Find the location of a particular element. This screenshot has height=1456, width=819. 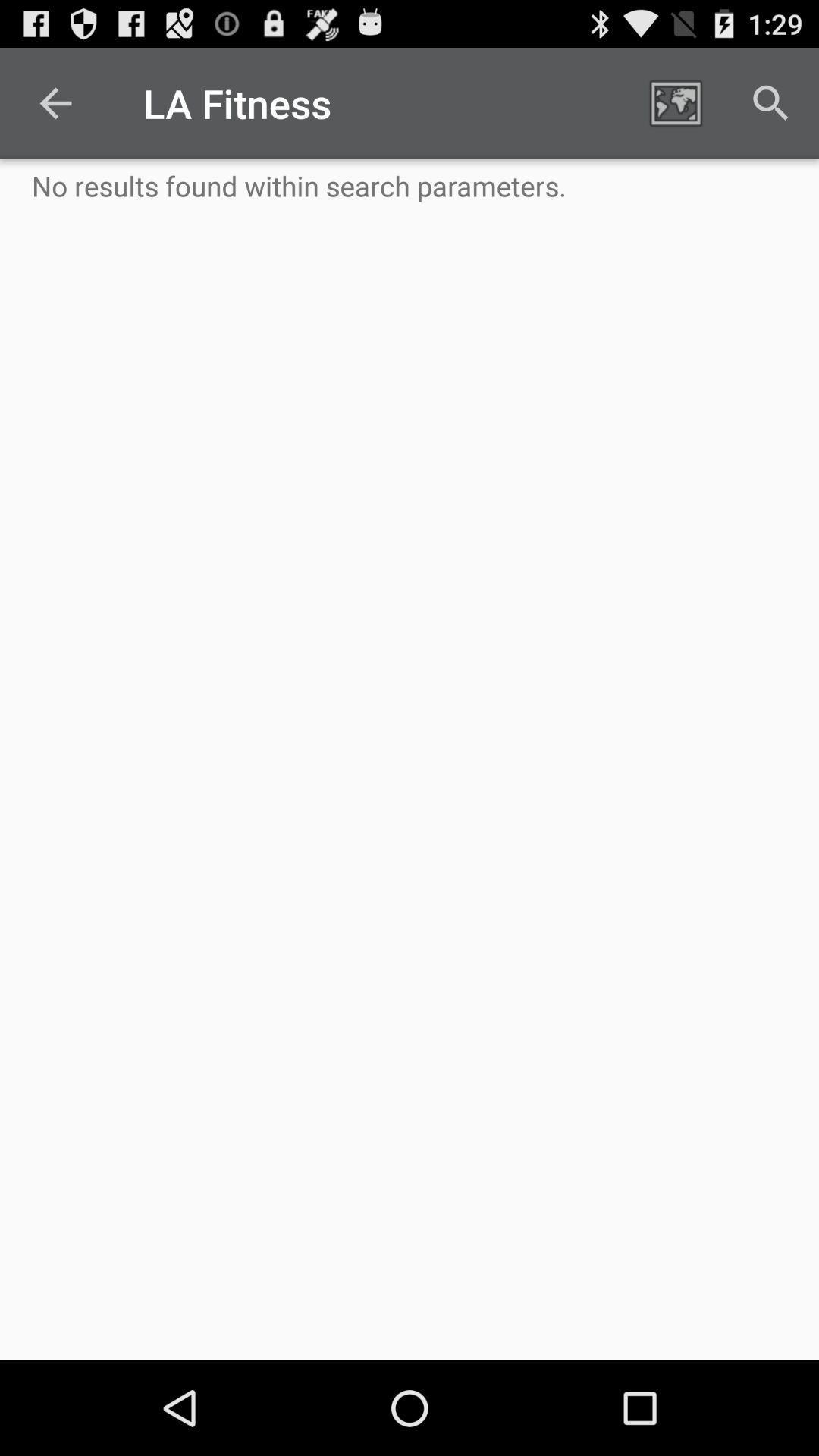

the item above no results found icon is located at coordinates (675, 102).